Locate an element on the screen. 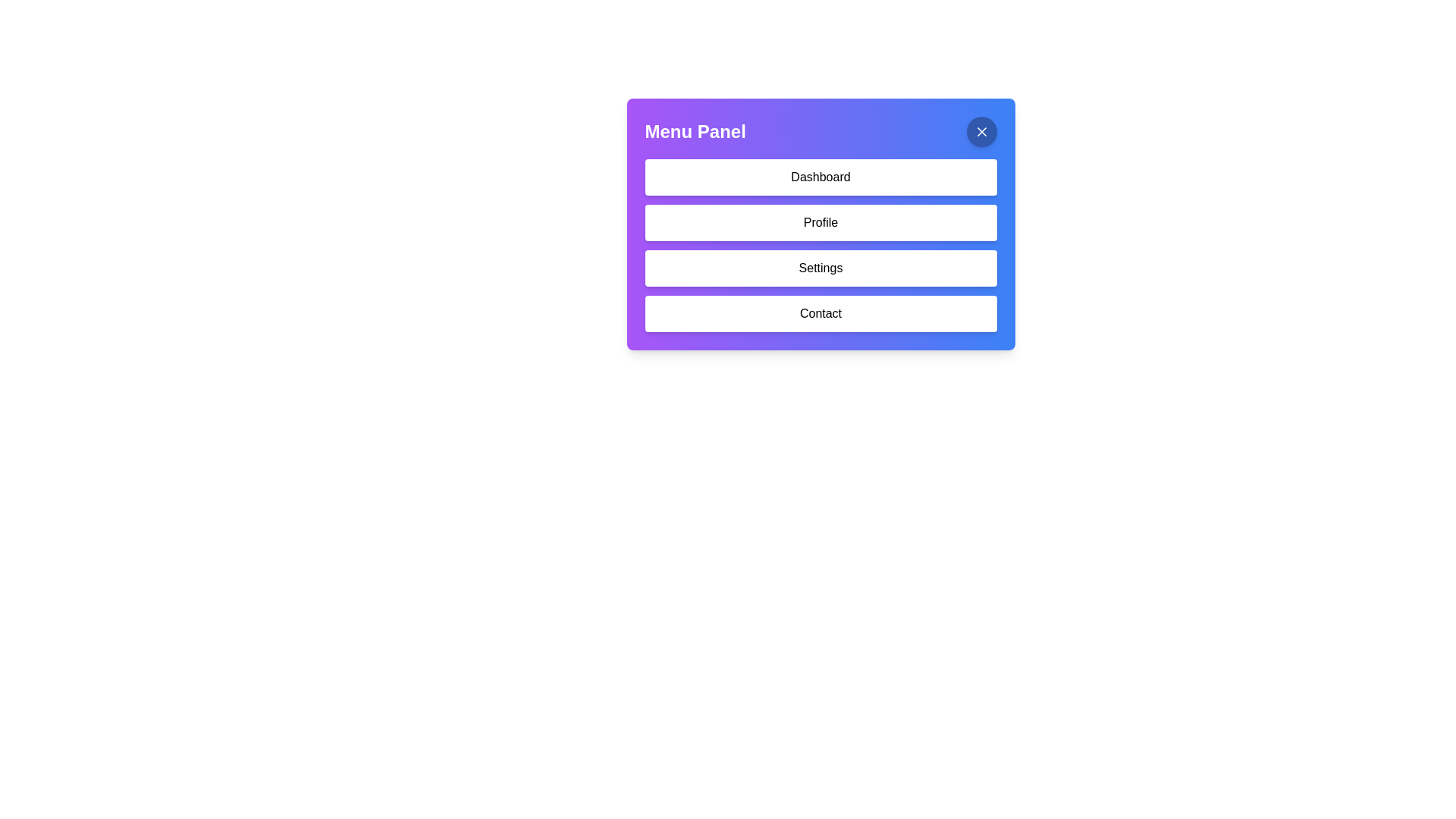 The image size is (1456, 819). the close button icon located at the top-right corner of the blue-gradient menu panel to trigger the tooltip or highlight effect is located at coordinates (981, 130).